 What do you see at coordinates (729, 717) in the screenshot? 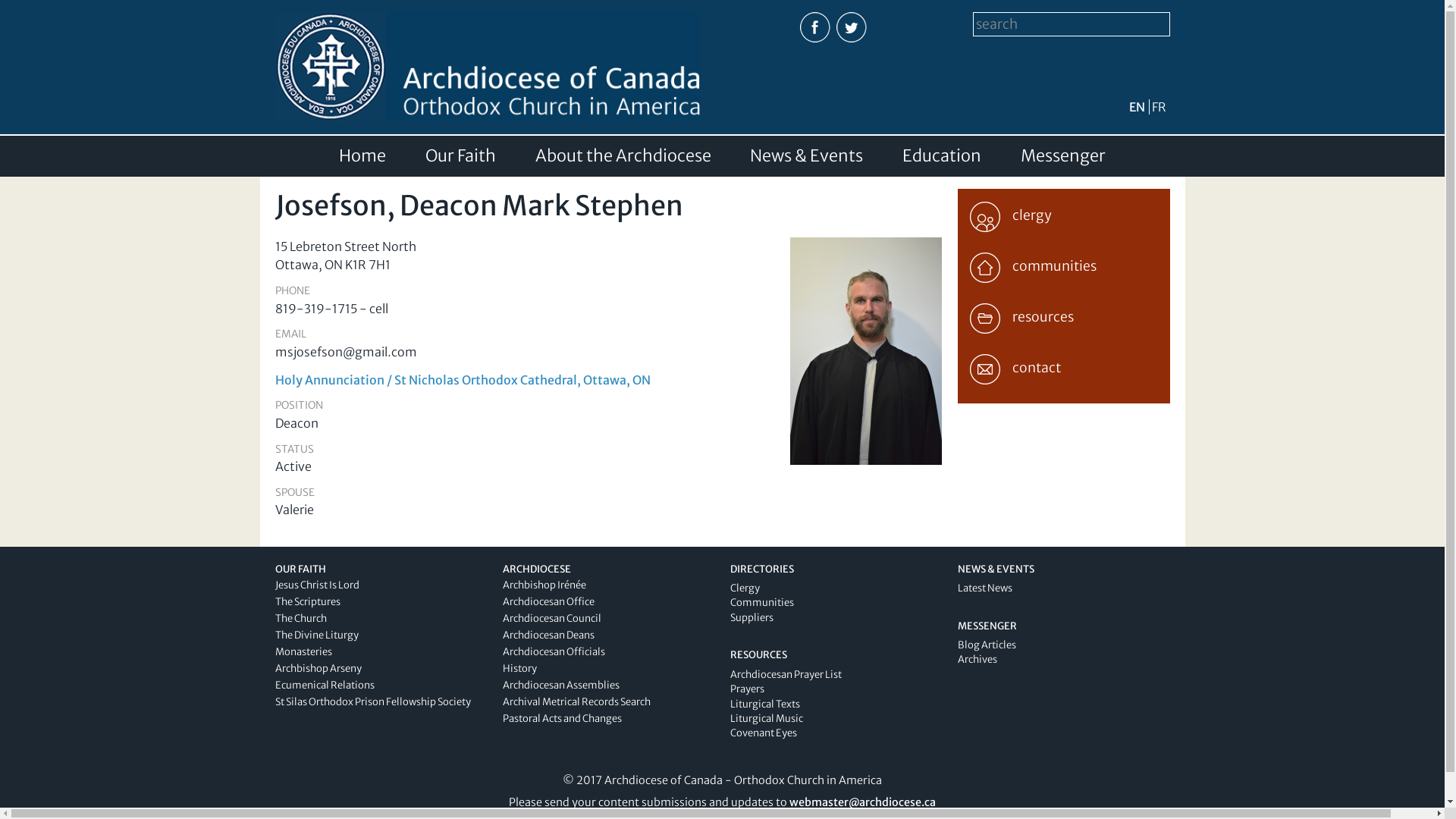
I see `'Liturgical Music'` at bounding box center [729, 717].